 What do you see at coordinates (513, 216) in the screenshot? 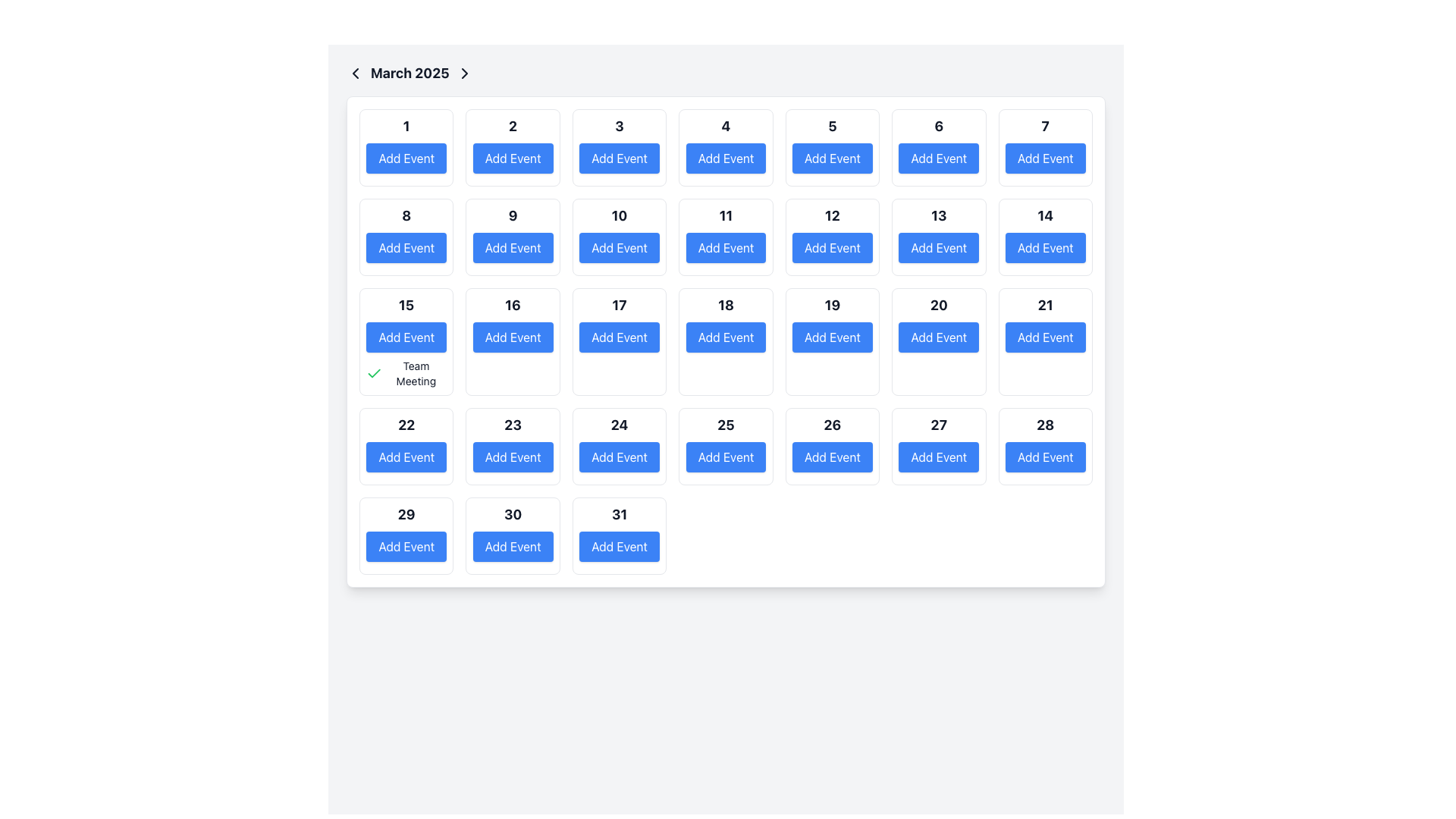
I see `the Text Display element that shows the numeral '9' with bold formatting and a larger font size, located in the second row, third column of the calendar layout` at bounding box center [513, 216].